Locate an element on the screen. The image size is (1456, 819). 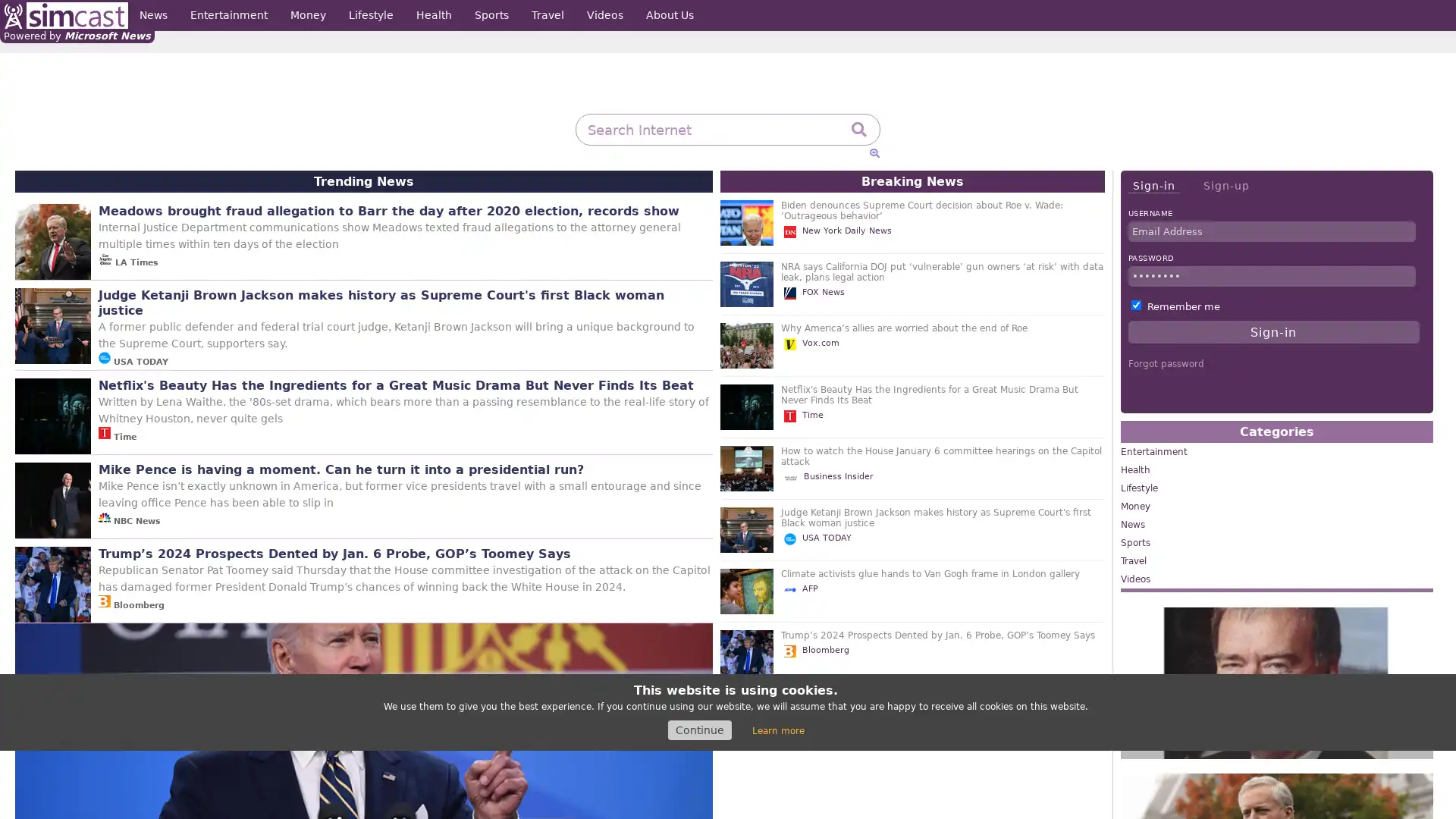
Continue is located at coordinates (698, 730).